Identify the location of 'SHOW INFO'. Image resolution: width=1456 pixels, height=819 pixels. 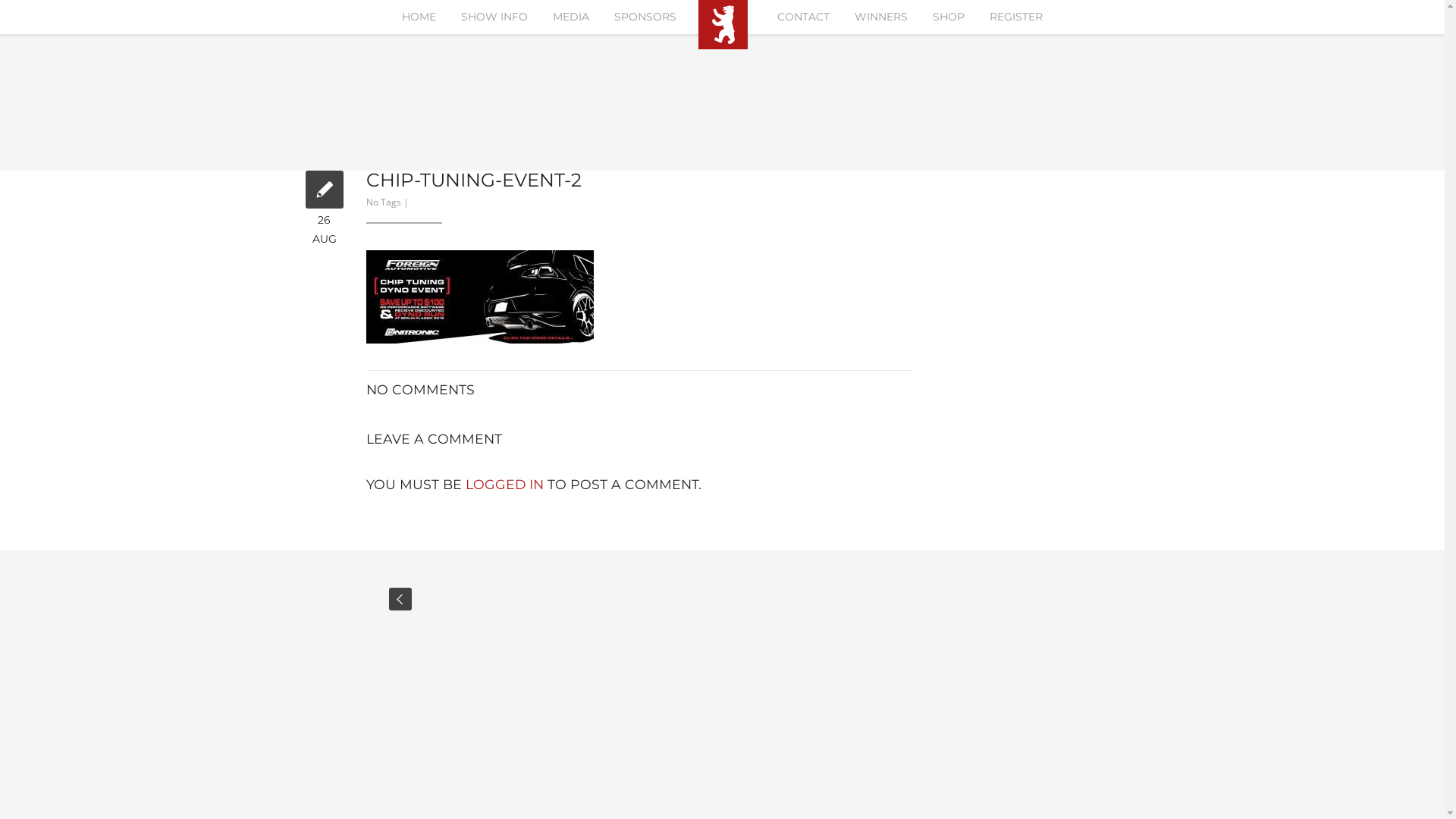
(494, 17).